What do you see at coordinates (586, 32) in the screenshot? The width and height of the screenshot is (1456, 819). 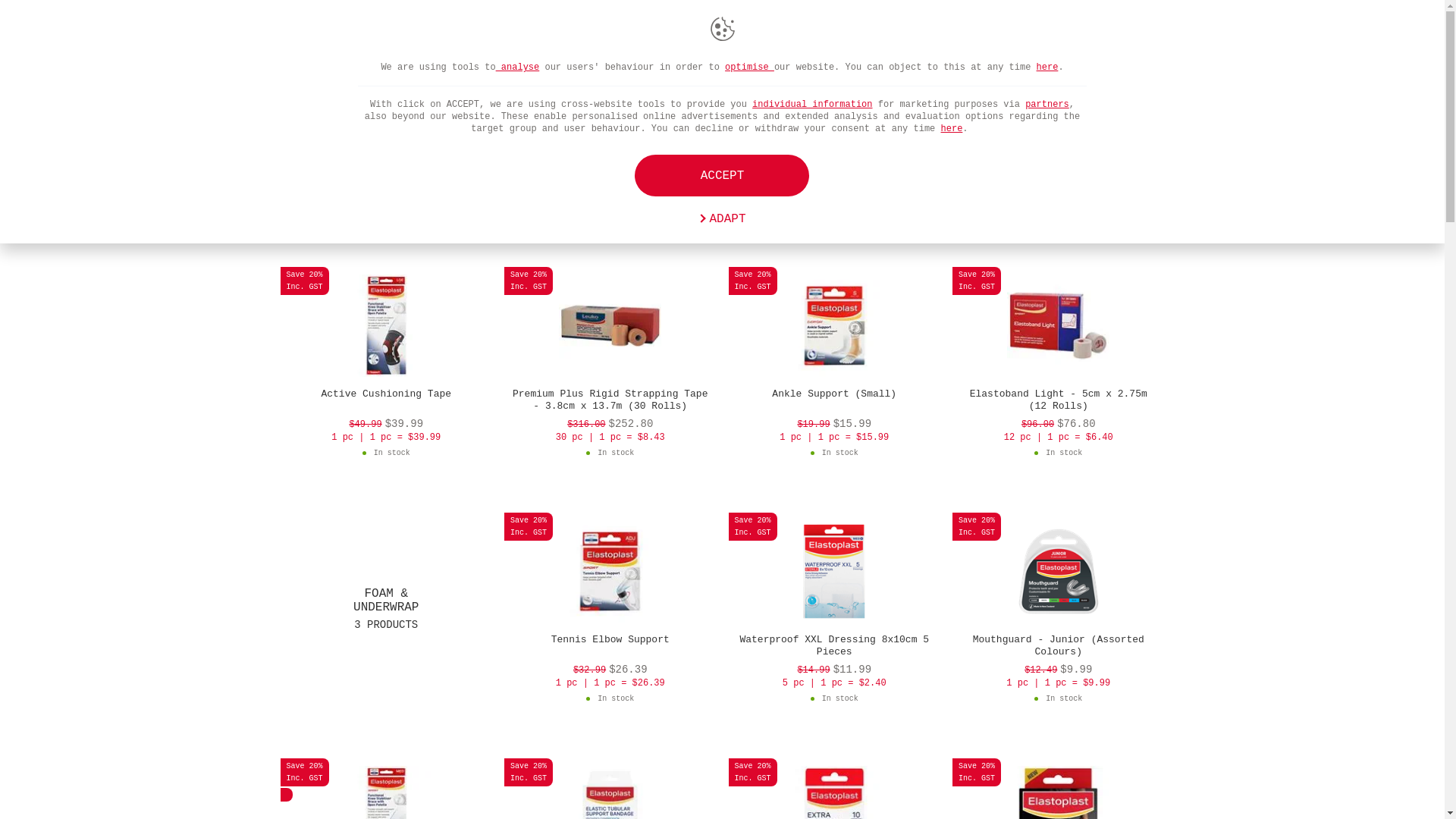 I see `'EDUCATION & TRAINING'` at bounding box center [586, 32].